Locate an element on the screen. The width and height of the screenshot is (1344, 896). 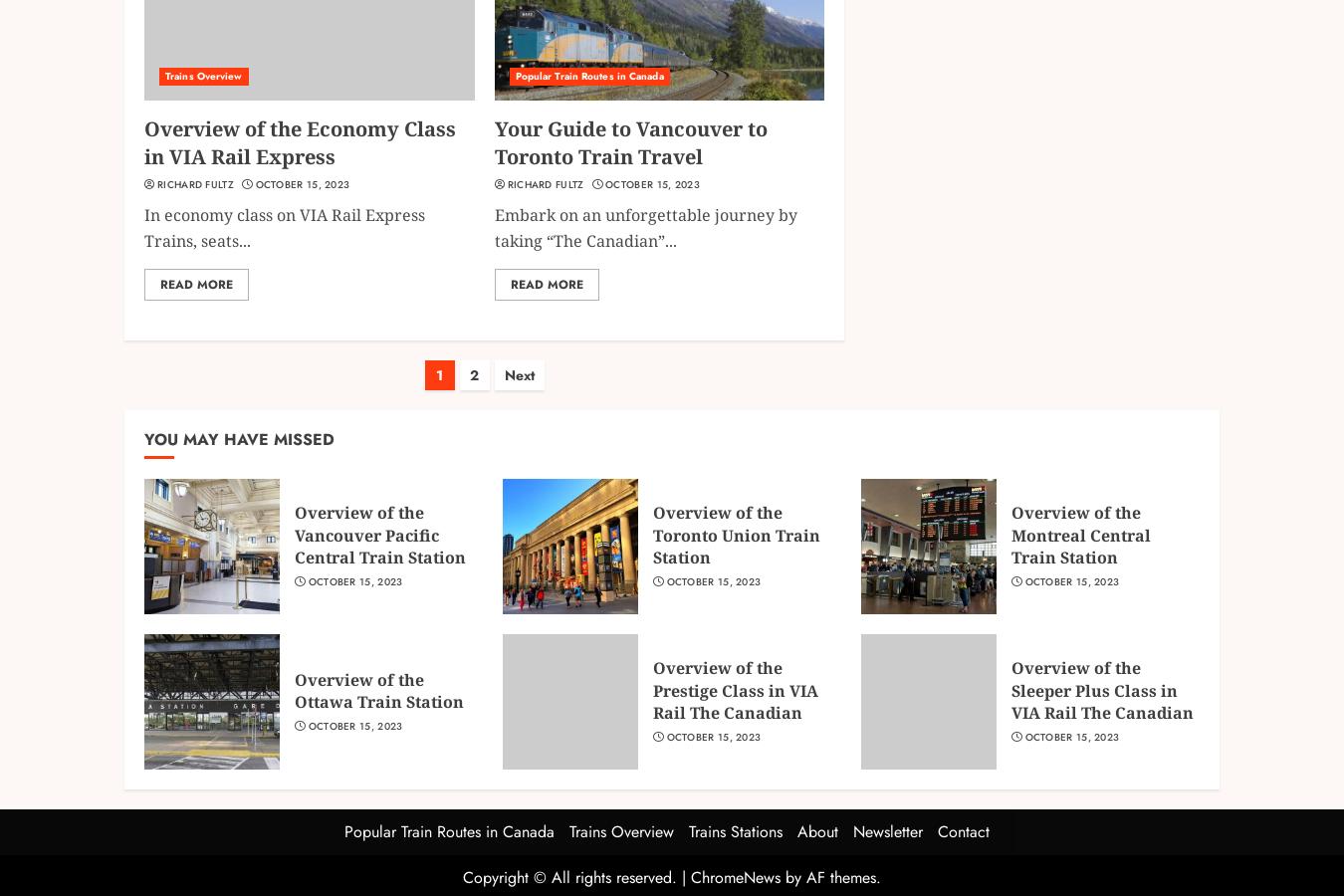
'Overview of the Prestige Class in VIA Rail The Canadian' is located at coordinates (734, 689).